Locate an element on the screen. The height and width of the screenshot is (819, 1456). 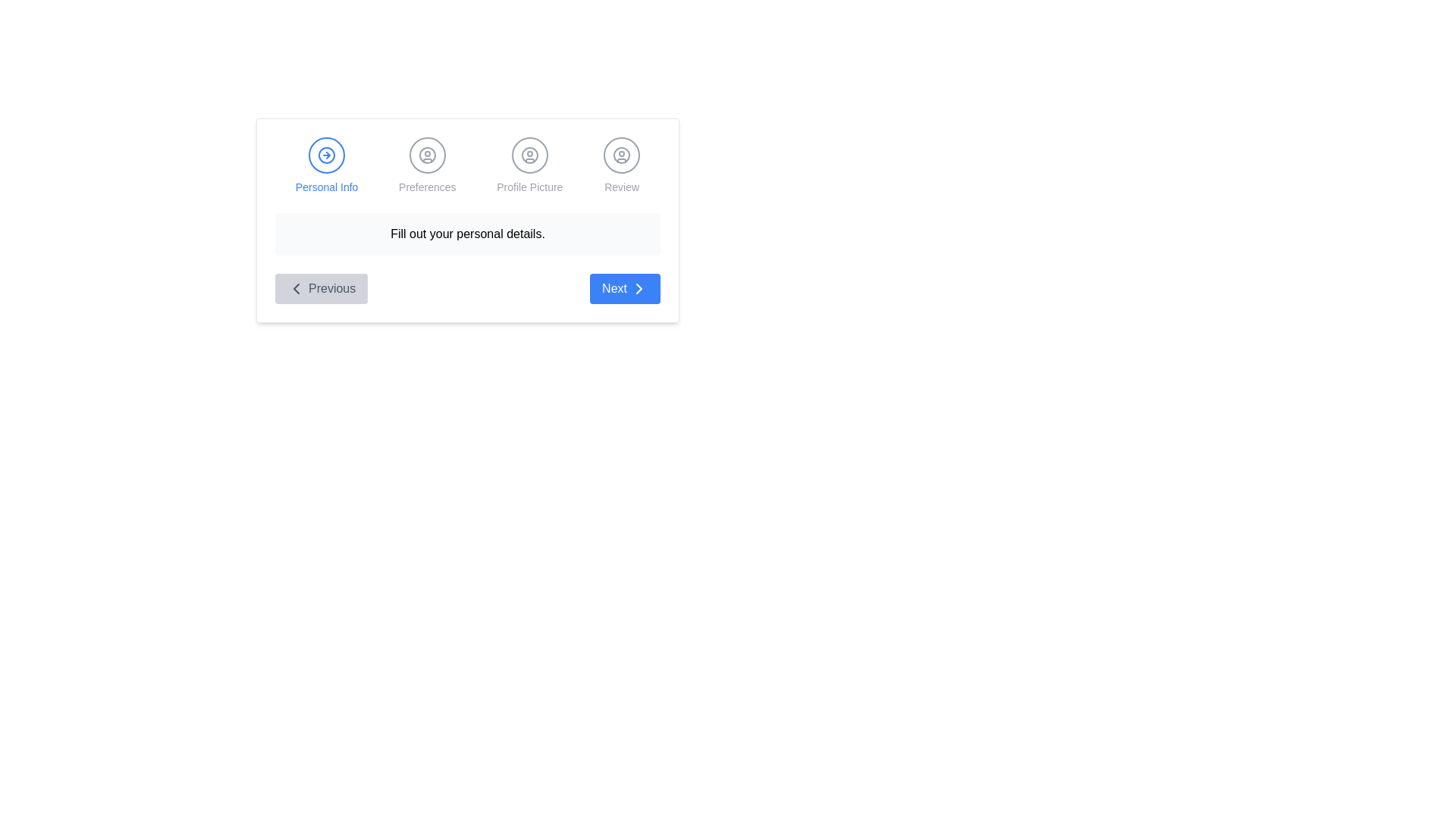
the first circular button with a blue border and a right-pointing arrow icon in the 'Personal Info' section is located at coordinates (326, 155).